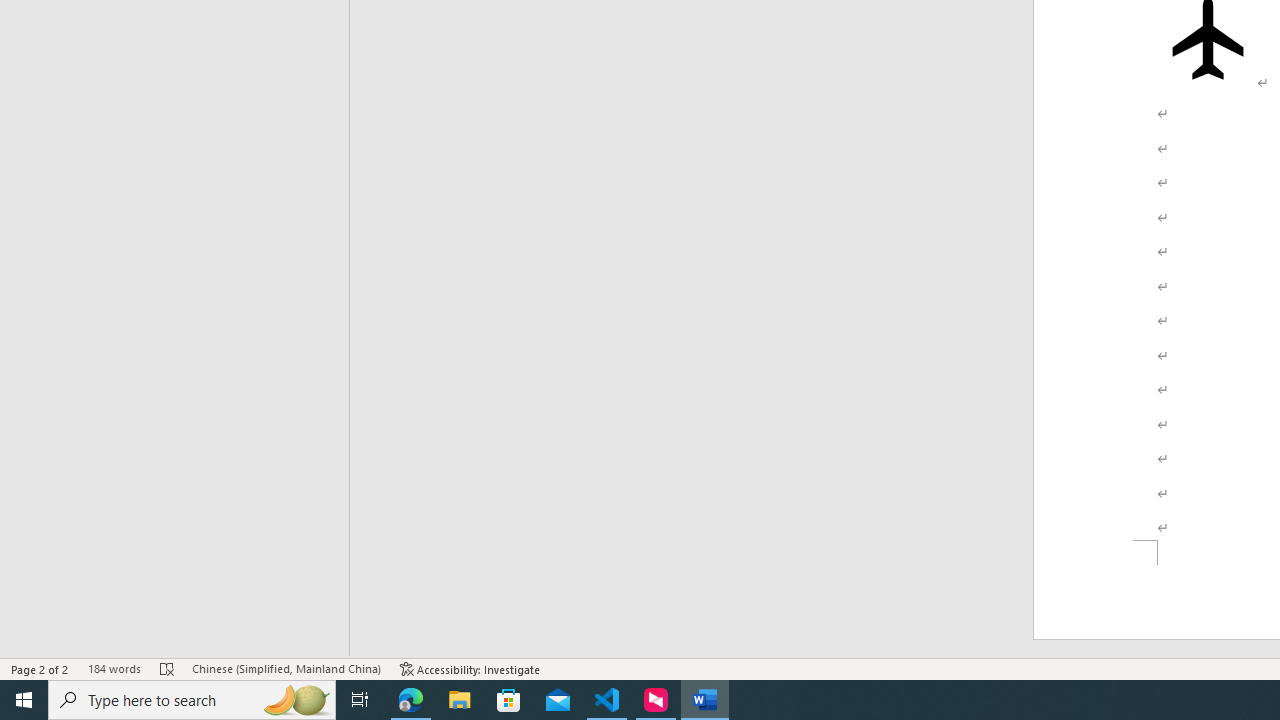 This screenshot has width=1280, height=720. What do you see at coordinates (168, 669) in the screenshot?
I see `'Spelling and Grammar Check Errors'` at bounding box center [168, 669].